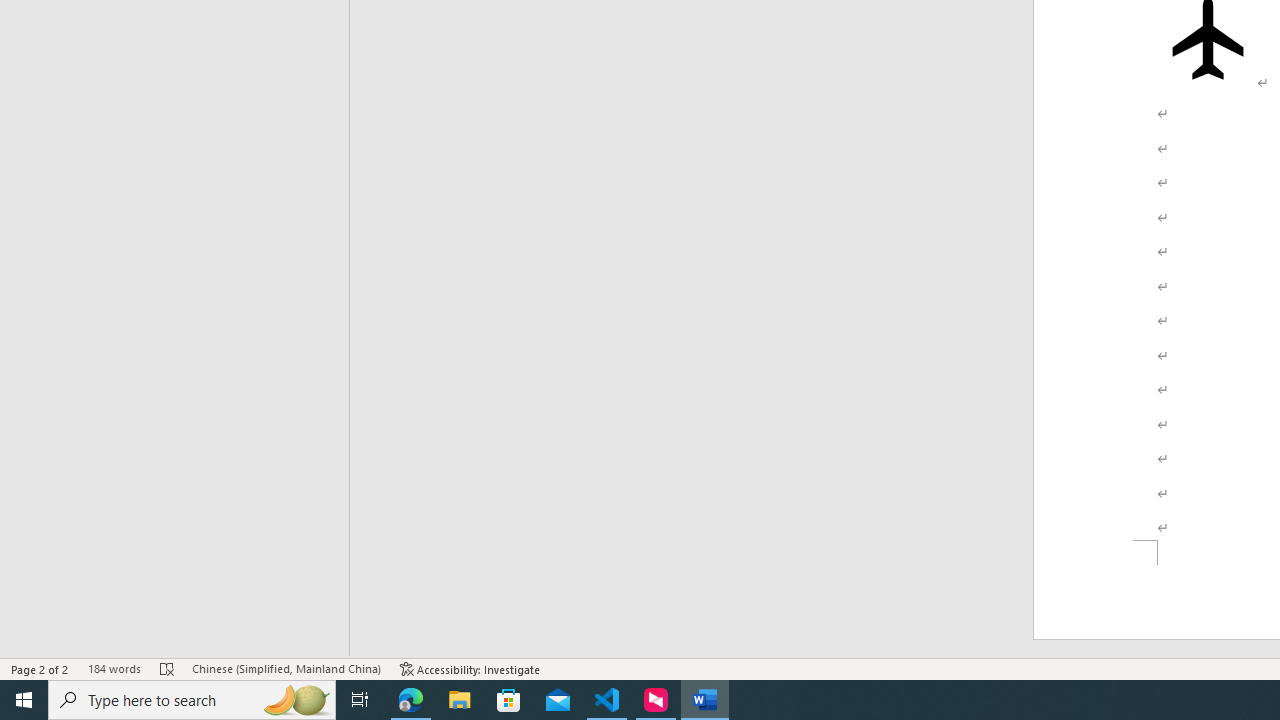 This screenshot has width=1280, height=720. What do you see at coordinates (168, 669) in the screenshot?
I see `'Spelling and Grammar Check Errors'` at bounding box center [168, 669].